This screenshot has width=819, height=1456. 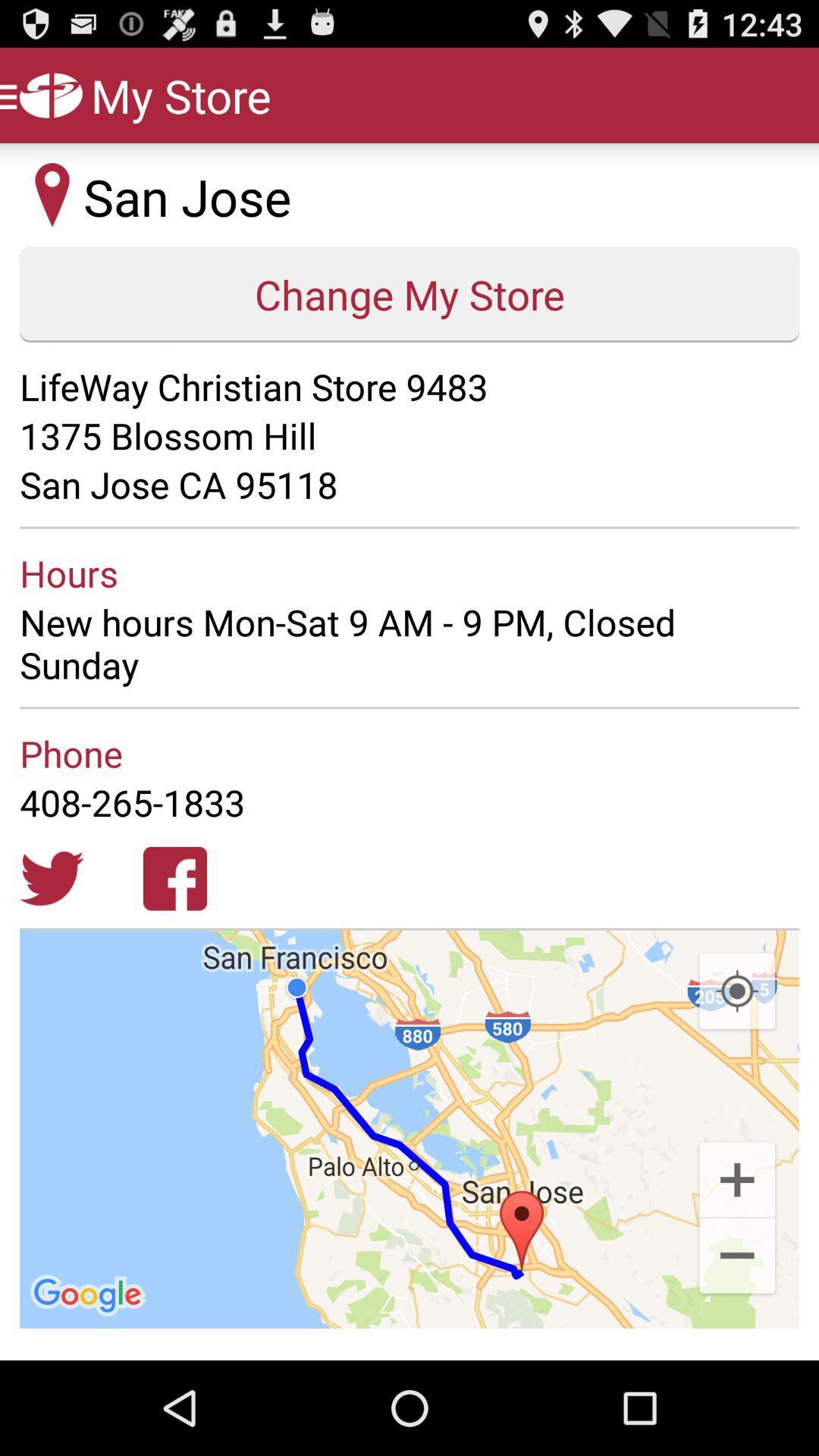 What do you see at coordinates (51, 878) in the screenshot?
I see `open twitter of store` at bounding box center [51, 878].